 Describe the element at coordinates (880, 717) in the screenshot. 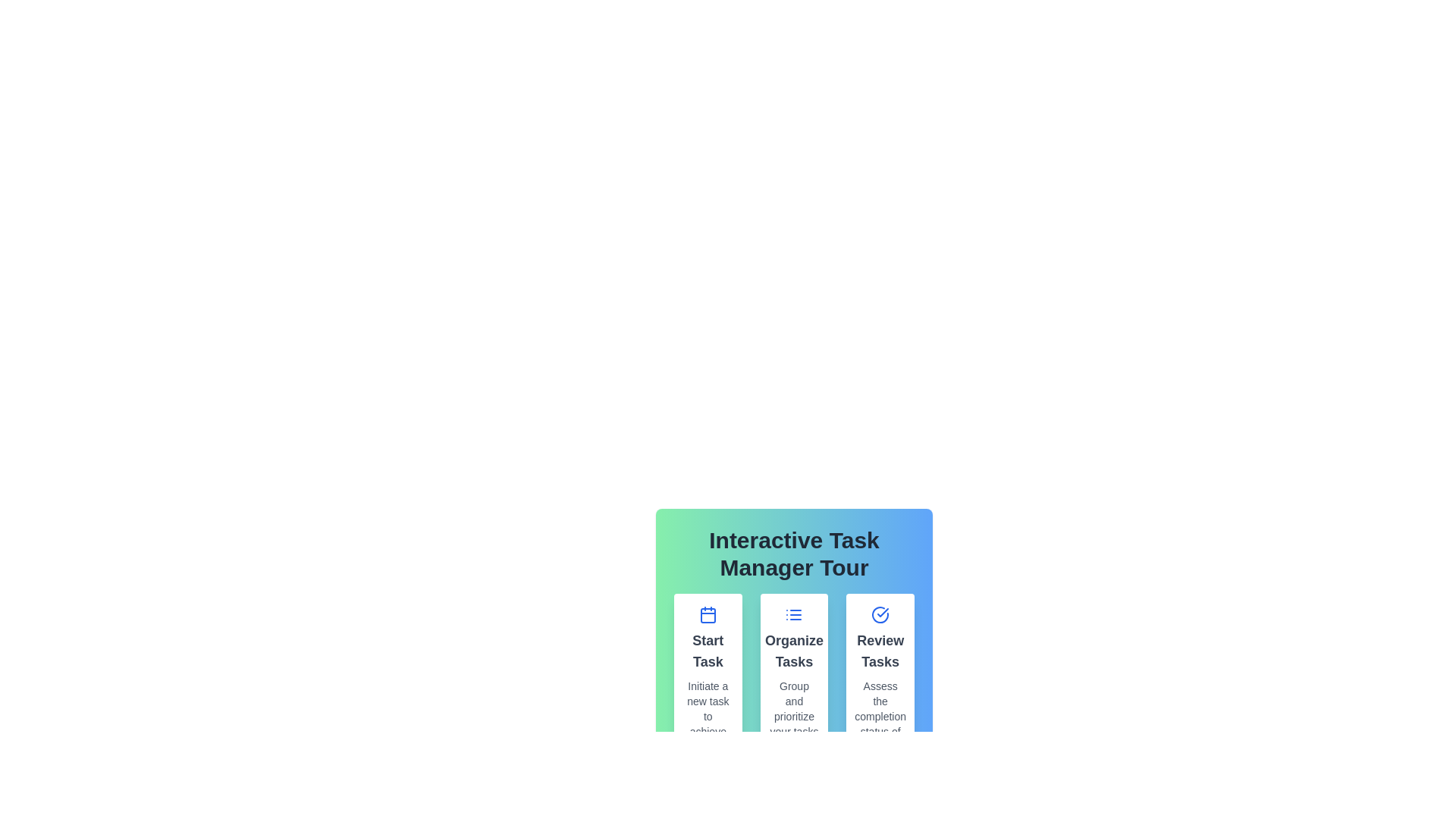

I see `the text label displaying 'Assess the completion status of your tasks.' located in the third card from the left, below the 'Review Tasks' heading` at that location.